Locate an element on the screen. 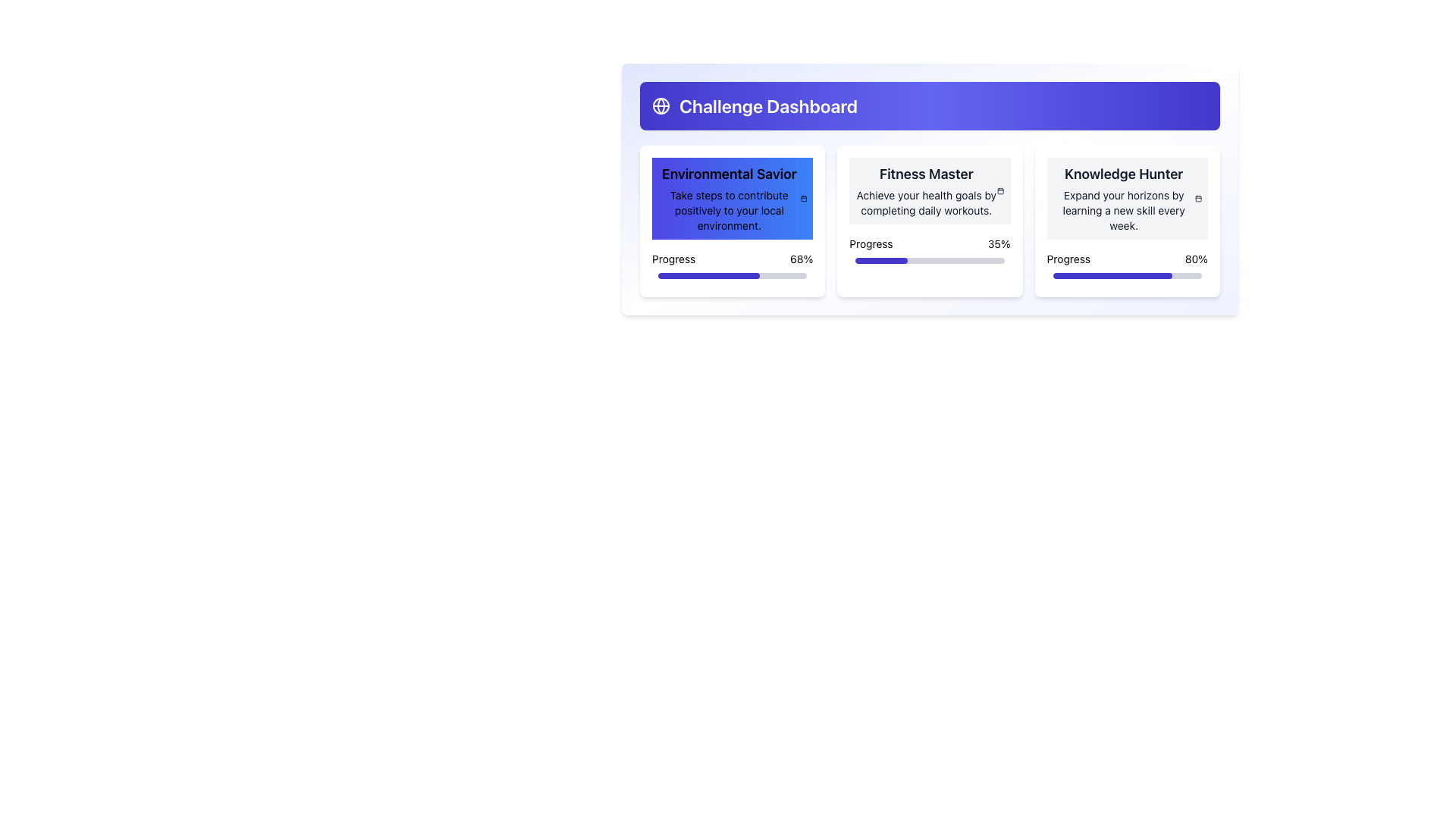  text element that contains the sentence 'Achieve your health goals by completing daily workouts.' which is styled with a smaller font size and located centrally in the second column of a three-column layout is located at coordinates (925, 202).